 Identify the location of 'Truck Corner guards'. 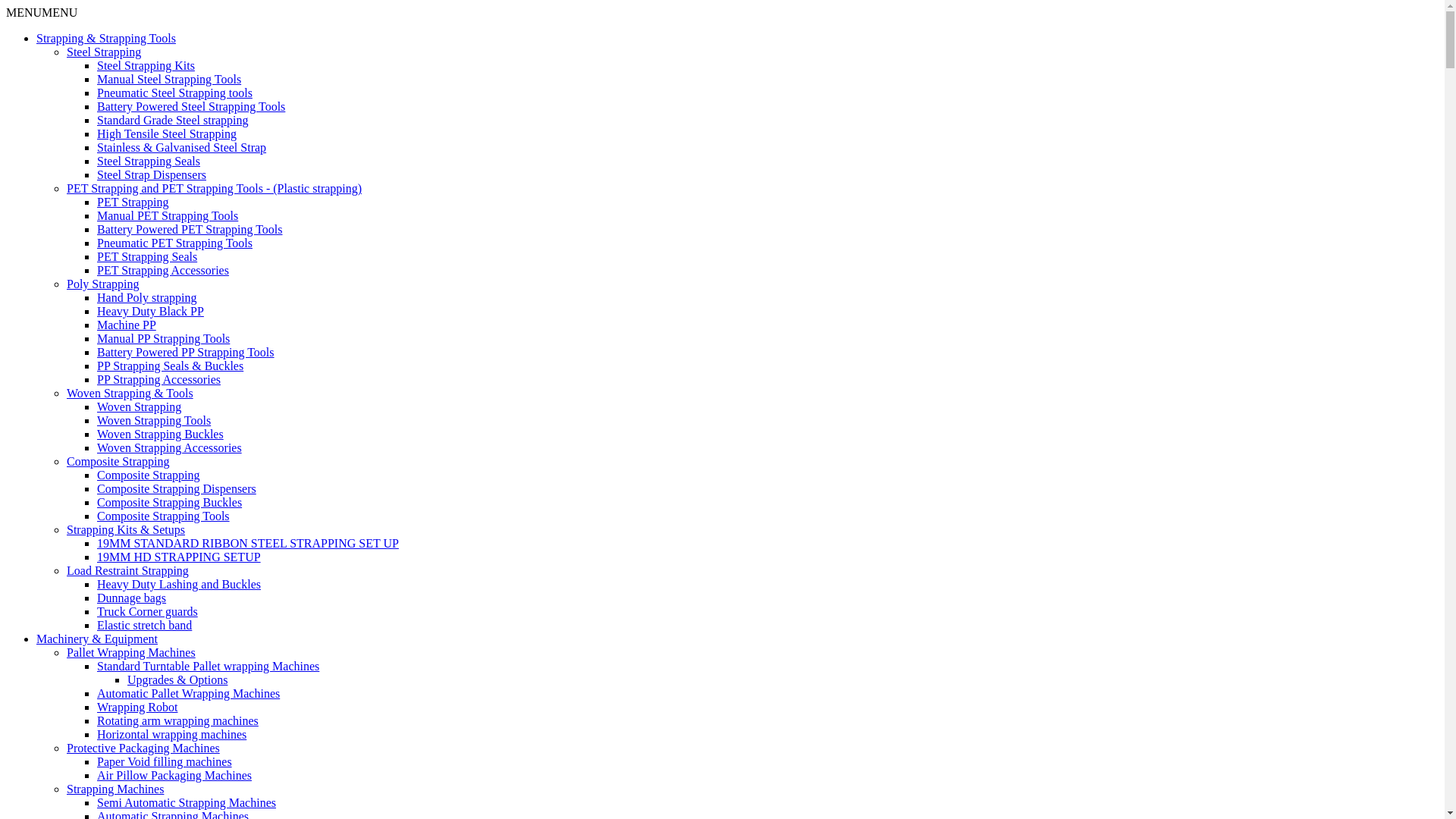
(147, 610).